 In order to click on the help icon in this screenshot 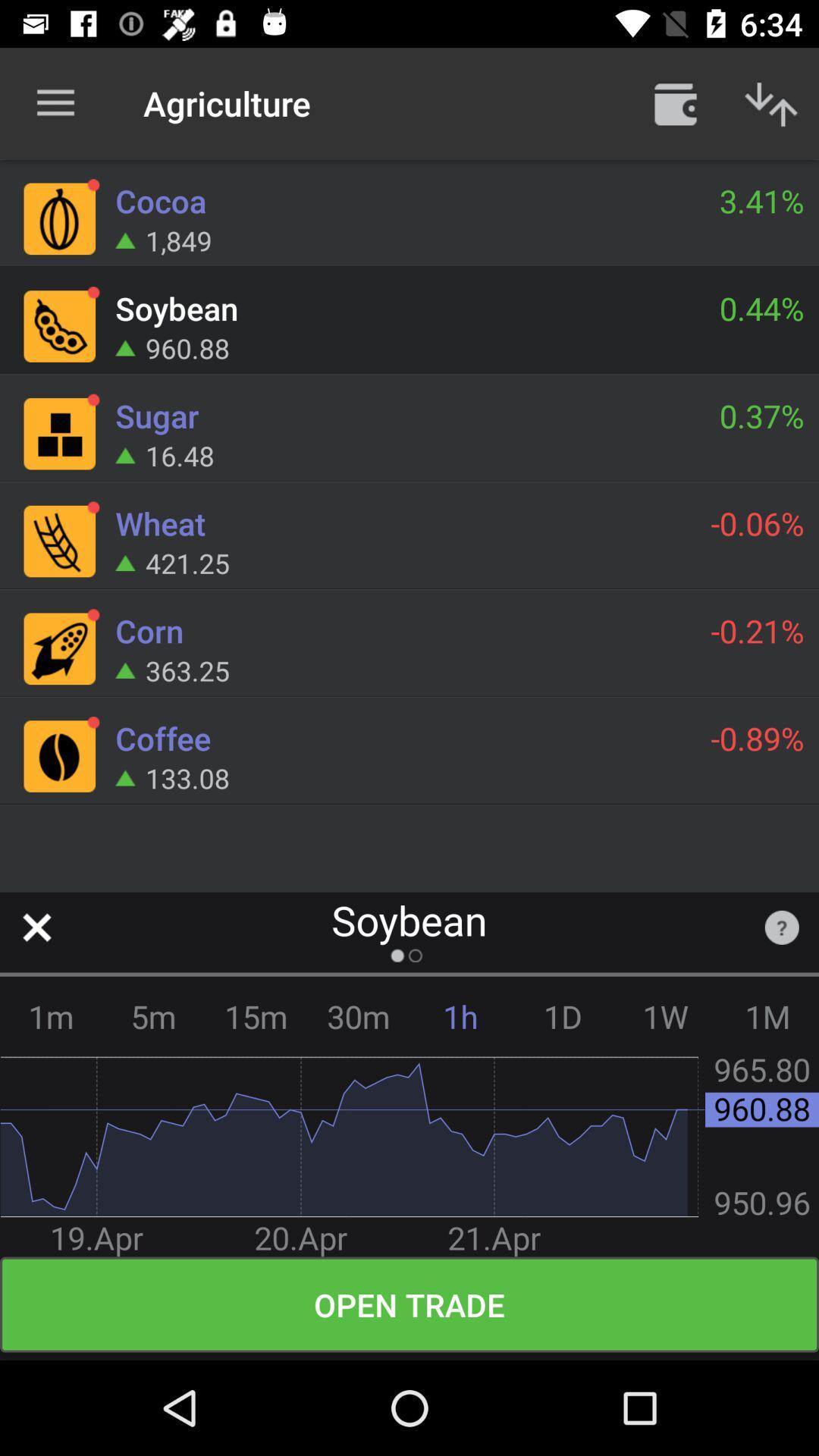, I will do `click(782, 927)`.